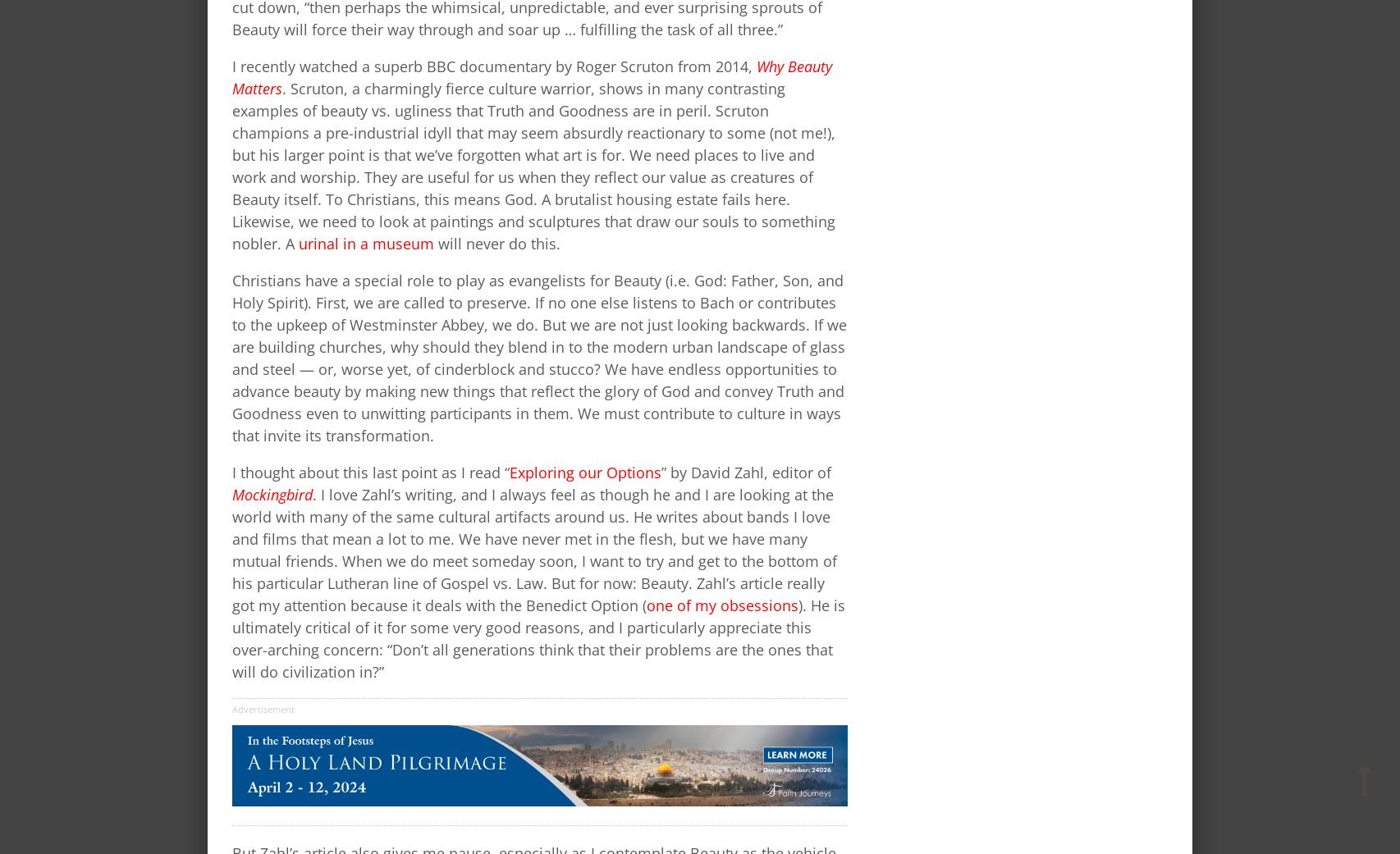 This screenshot has width=1400, height=854. Describe the element at coordinates (232, 64) in the screenshot. I see `'I recently watched a superb BBC documentary by Roger Scruton from 2014,'` at that location.